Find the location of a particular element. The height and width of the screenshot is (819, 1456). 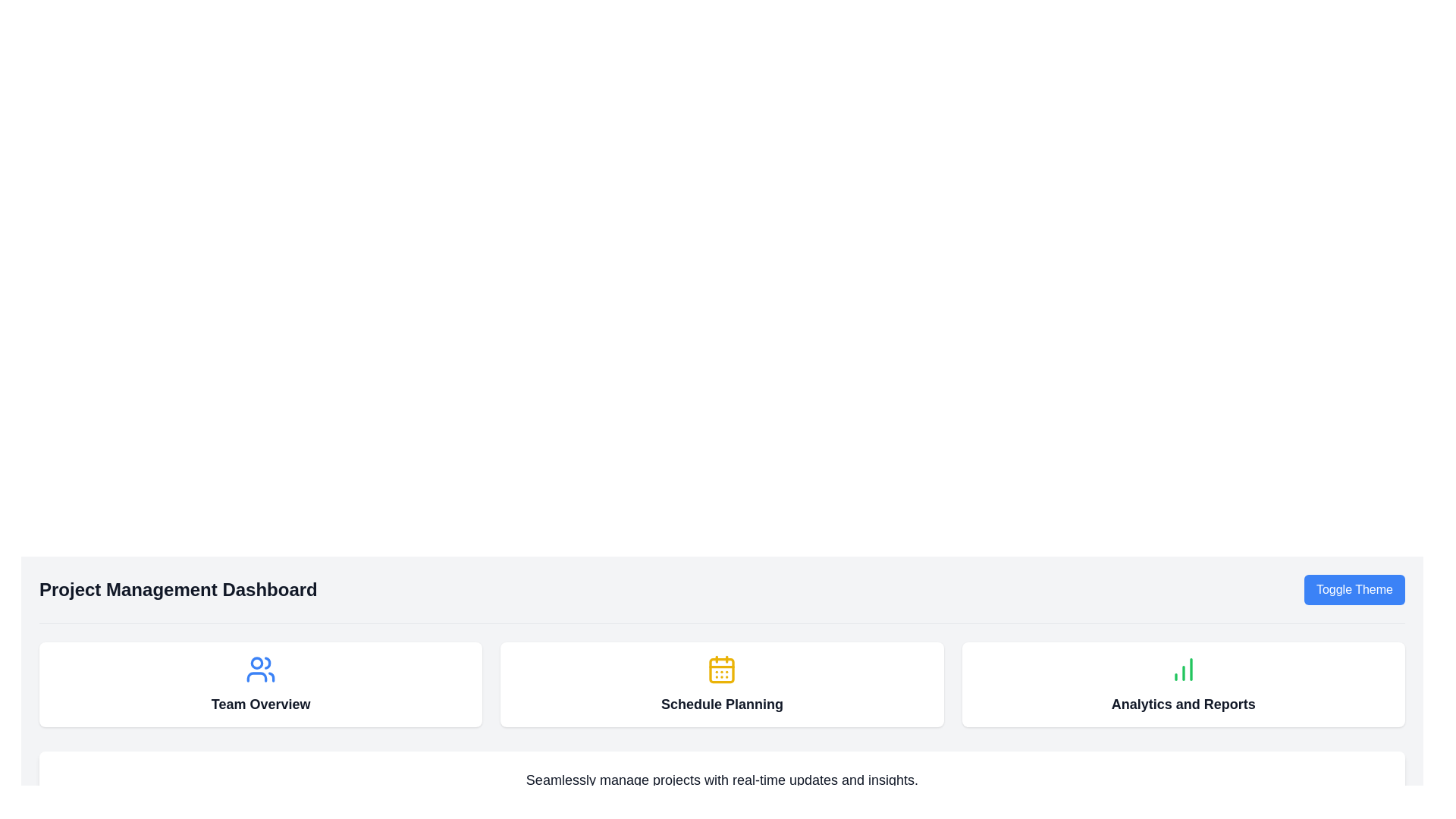

static text label that serves as the title for the 'Analytics and Reports' section of the dashboard, located in the bottom portion of the rightmost card is located at coordinates (1182, 704).